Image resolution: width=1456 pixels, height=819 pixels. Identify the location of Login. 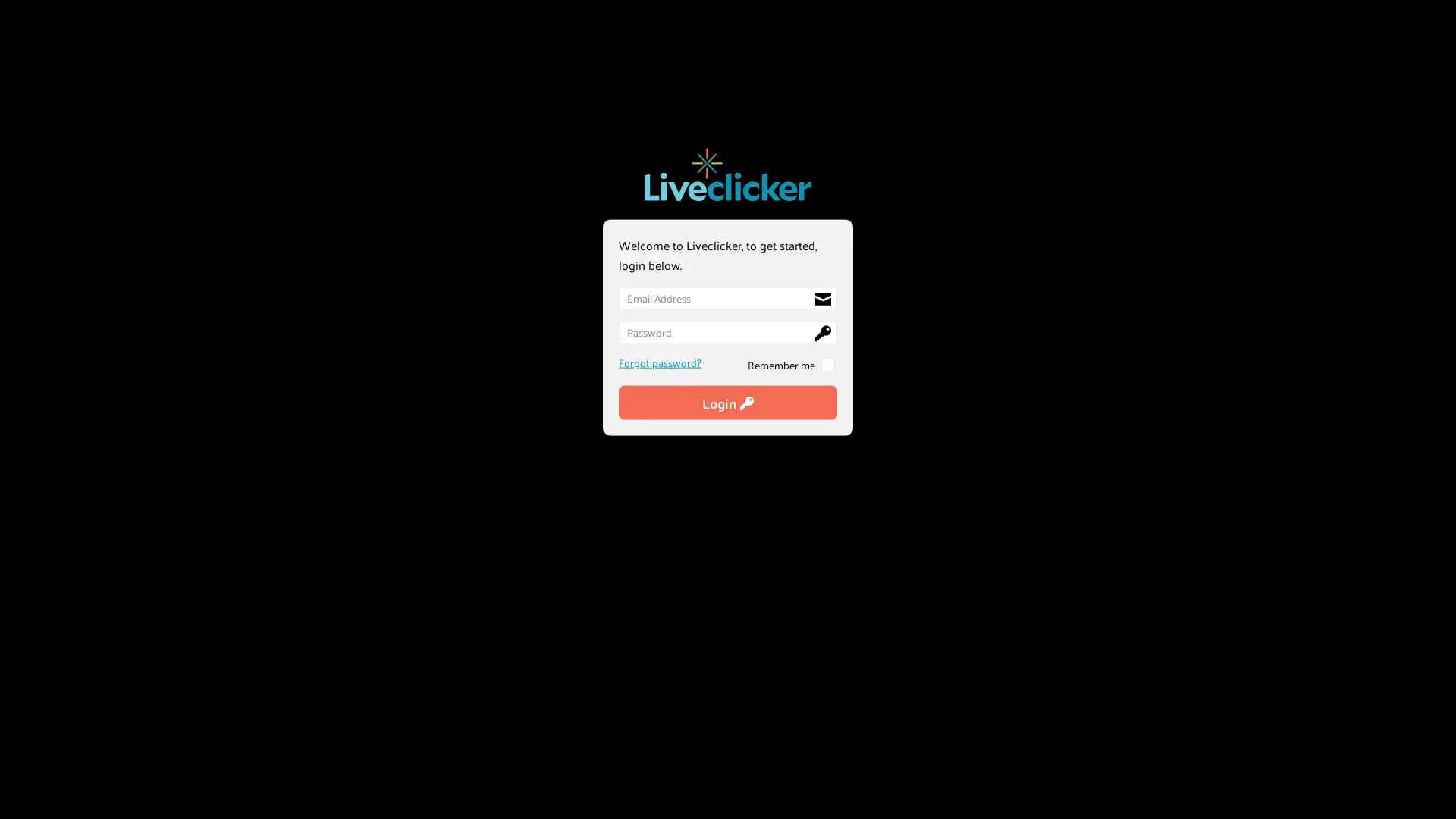
(728, 401).